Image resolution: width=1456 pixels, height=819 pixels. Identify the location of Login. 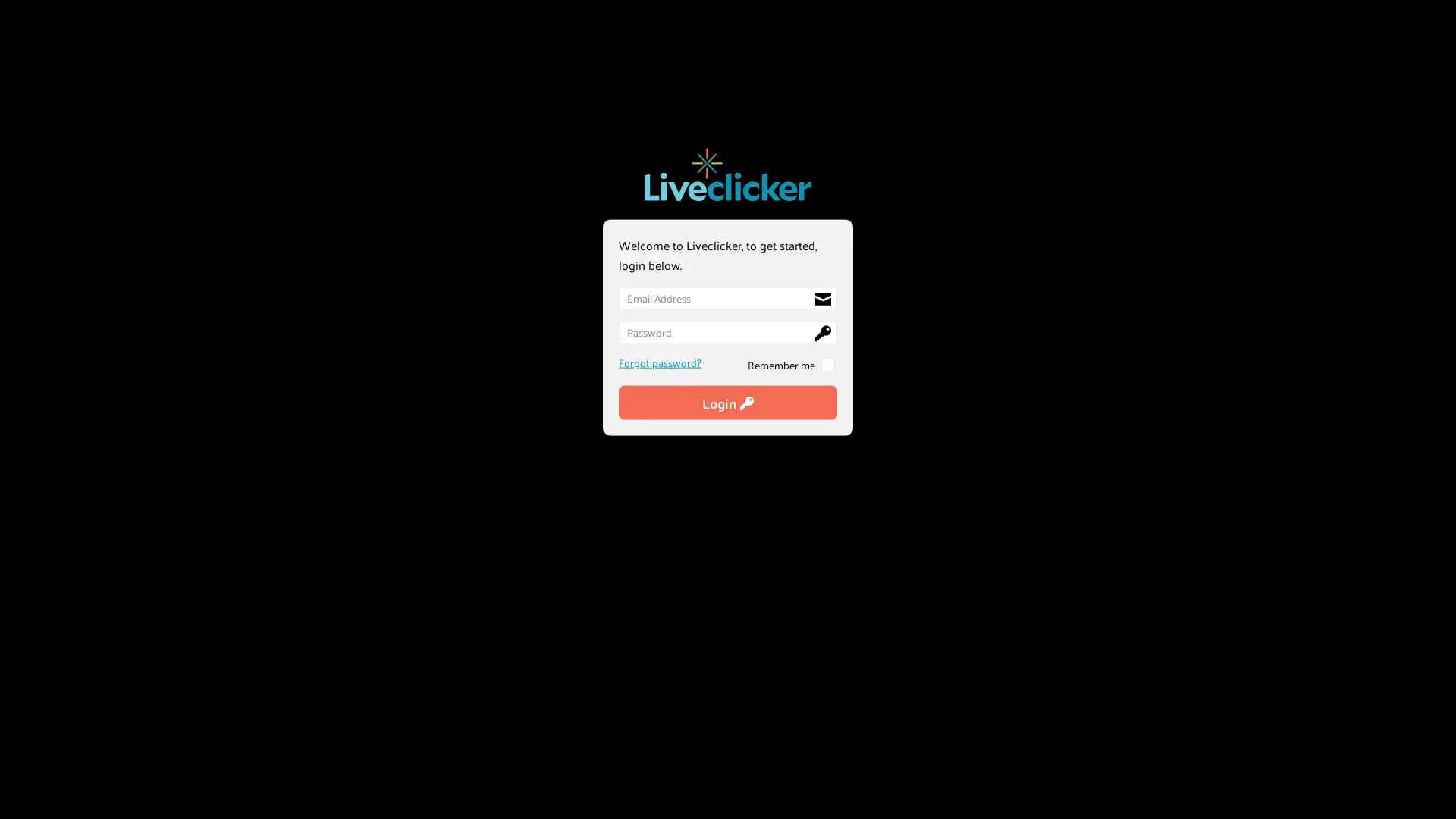
(728, 401).